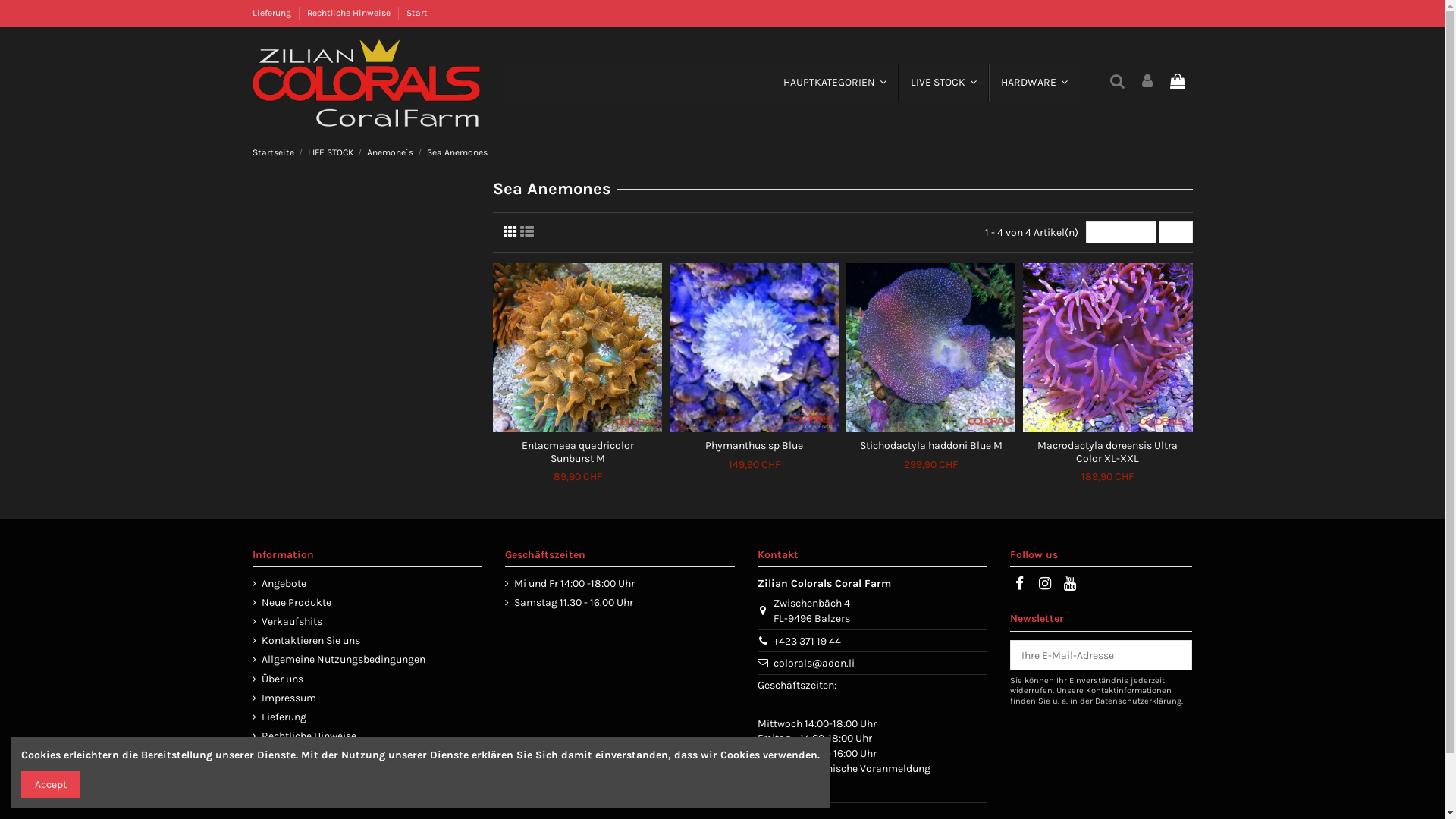 This screenshot has width=1456, height=819. I want to click on 'Allgemeine Nutzungsbedingungen', so click(251, 659).